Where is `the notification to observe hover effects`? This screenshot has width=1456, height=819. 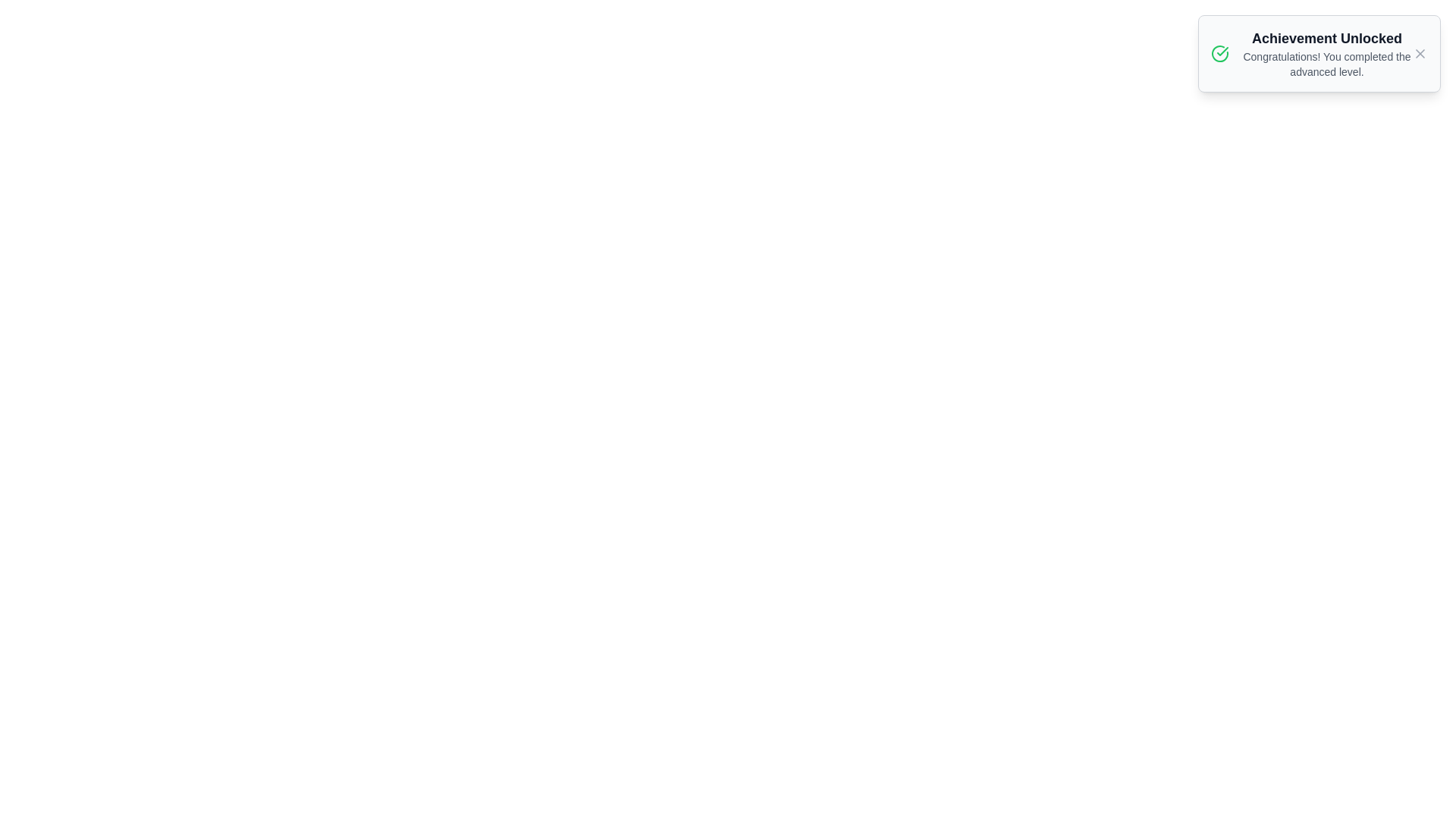
the notification to observe hover effects is located at coordinates (1318, 52).